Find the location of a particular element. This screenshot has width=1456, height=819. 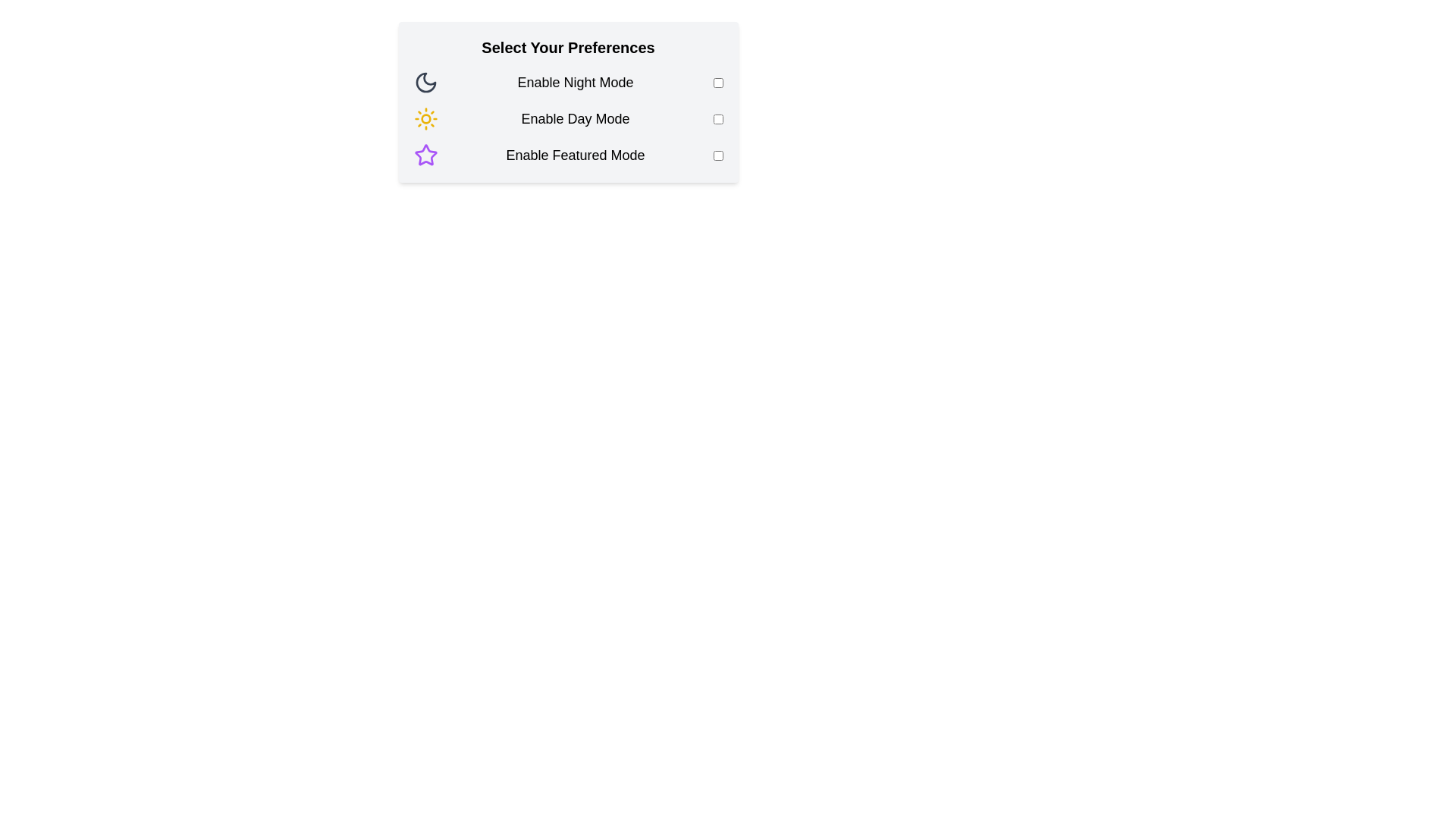

the checkbox toggle is located at coordinates (717, 82).